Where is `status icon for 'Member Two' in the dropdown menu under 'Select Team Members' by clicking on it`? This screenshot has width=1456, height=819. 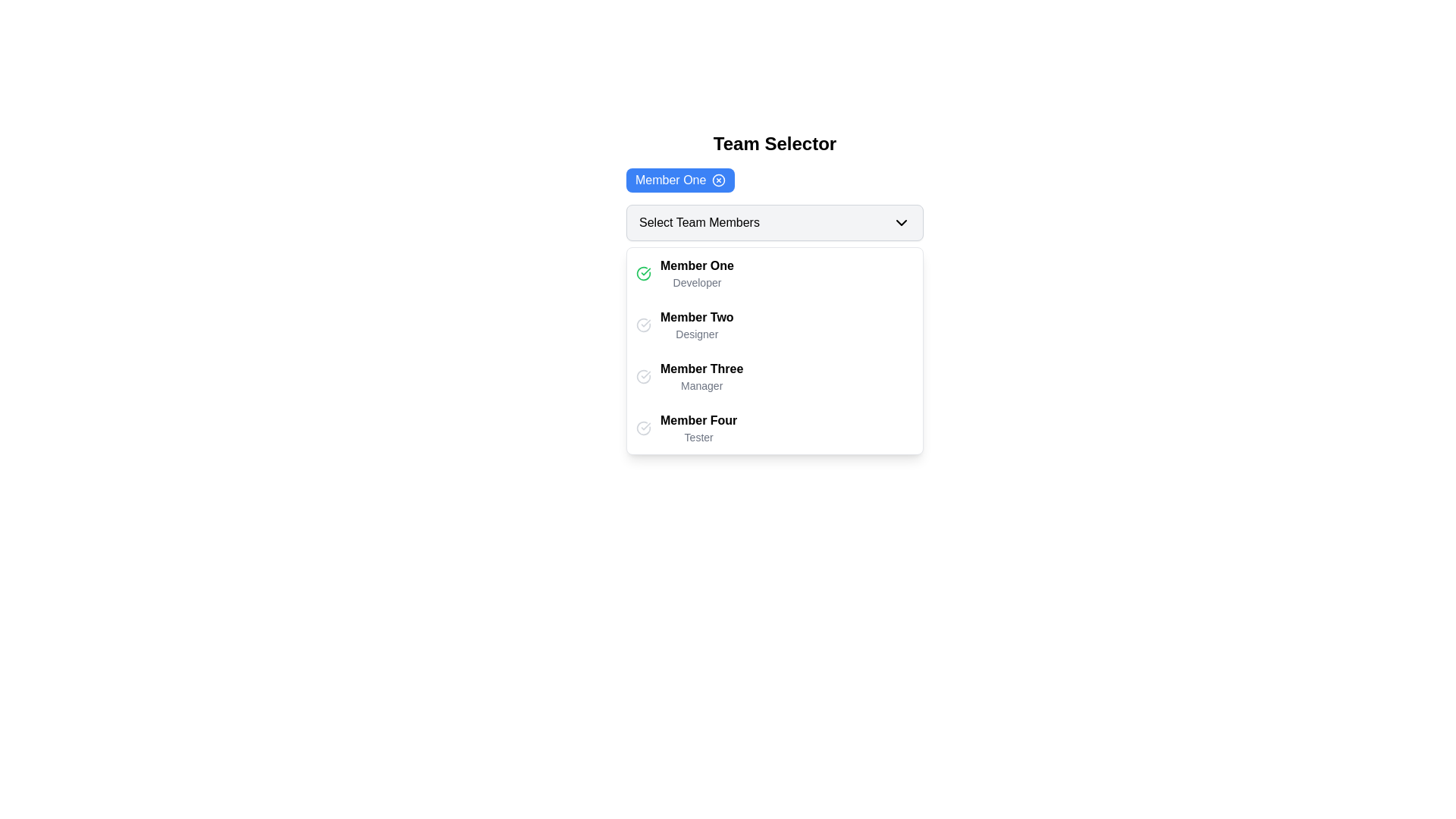 status icon for 'Member Two' in the dropdown menu under 'Select Team Members' by clicking on it is located at coordinates (644, 324).